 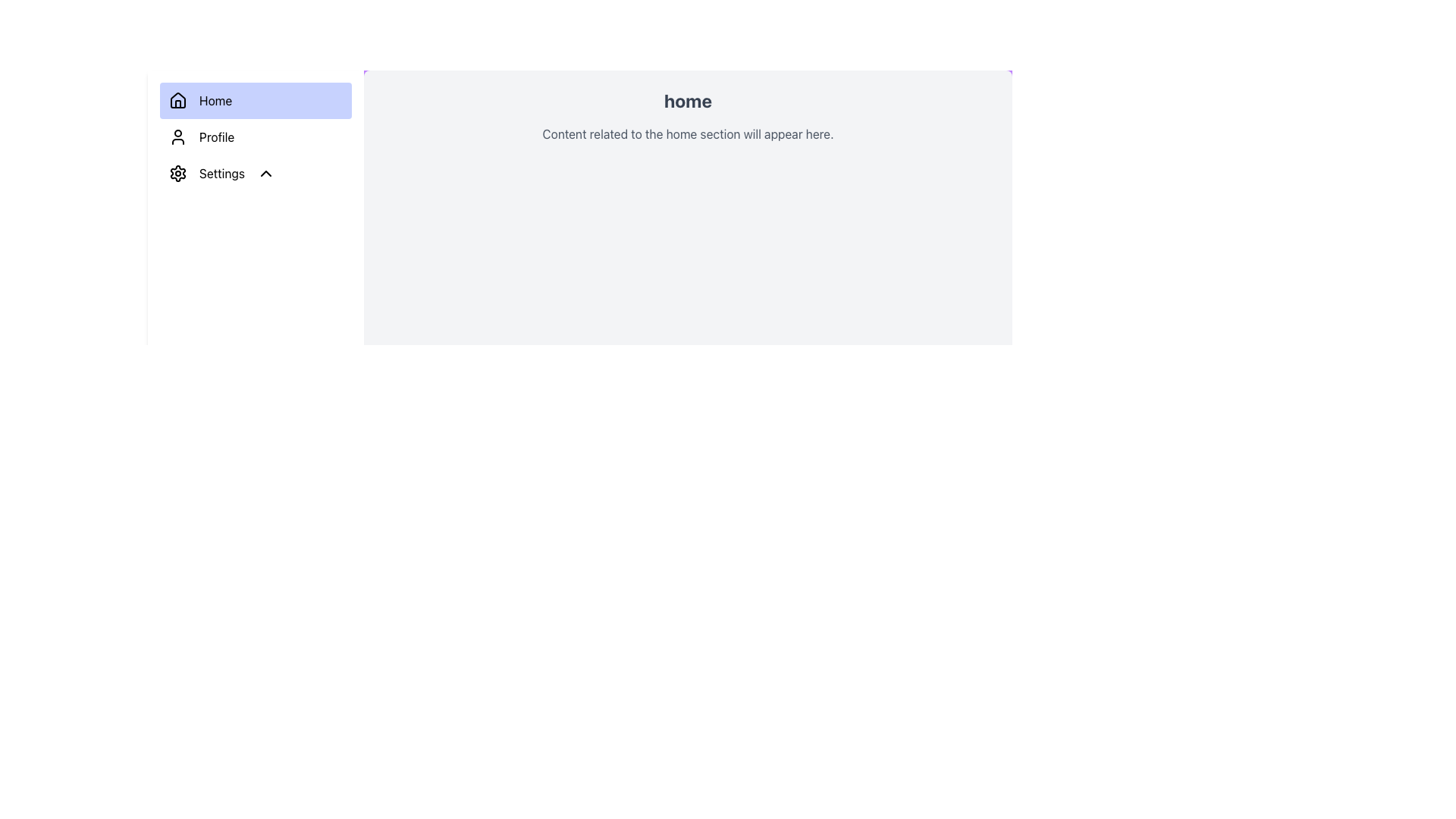 I want to click on the upward-facing chevron icon, which is styled in black and located next to the 'Settings' text in the left sidebar navigation, so click(x=265, y=172).